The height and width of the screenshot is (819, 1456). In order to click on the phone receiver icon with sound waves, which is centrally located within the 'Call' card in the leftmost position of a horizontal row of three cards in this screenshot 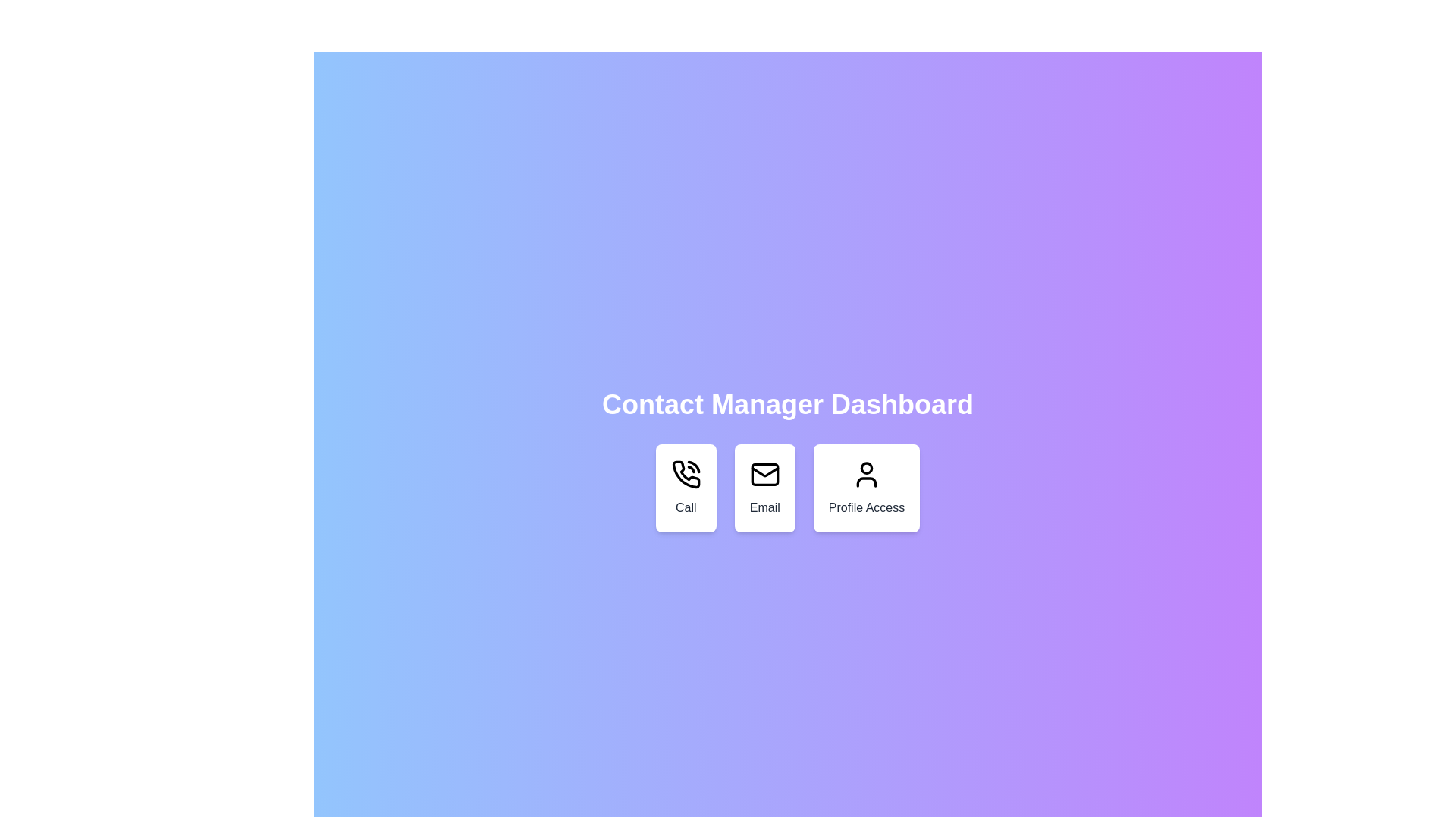, I will do `click(685, 473)`.